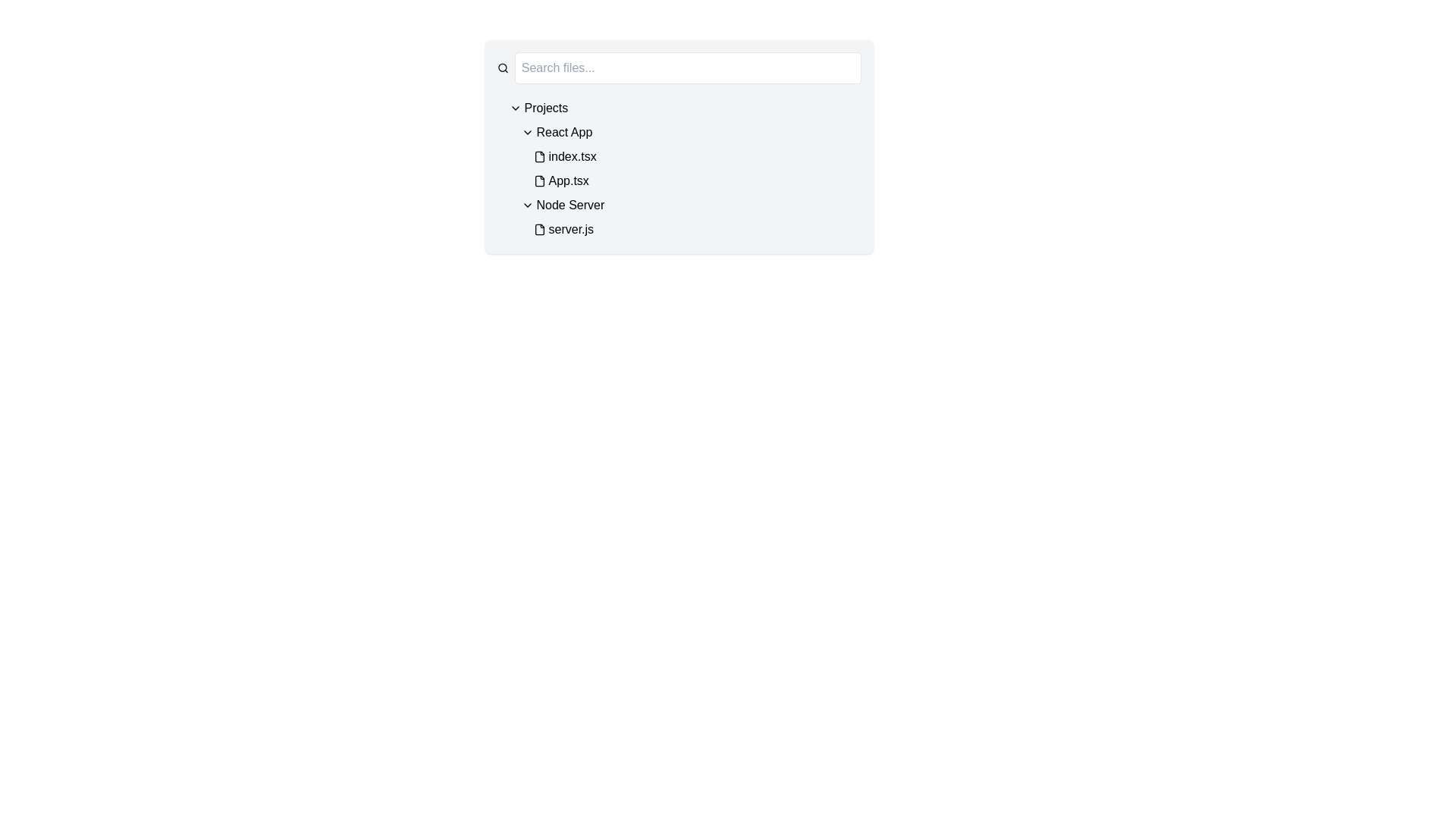 This screenshot has width=1456, height=819. I want to click on the icon representing the 'index.tsx' file, so click(539, 157).